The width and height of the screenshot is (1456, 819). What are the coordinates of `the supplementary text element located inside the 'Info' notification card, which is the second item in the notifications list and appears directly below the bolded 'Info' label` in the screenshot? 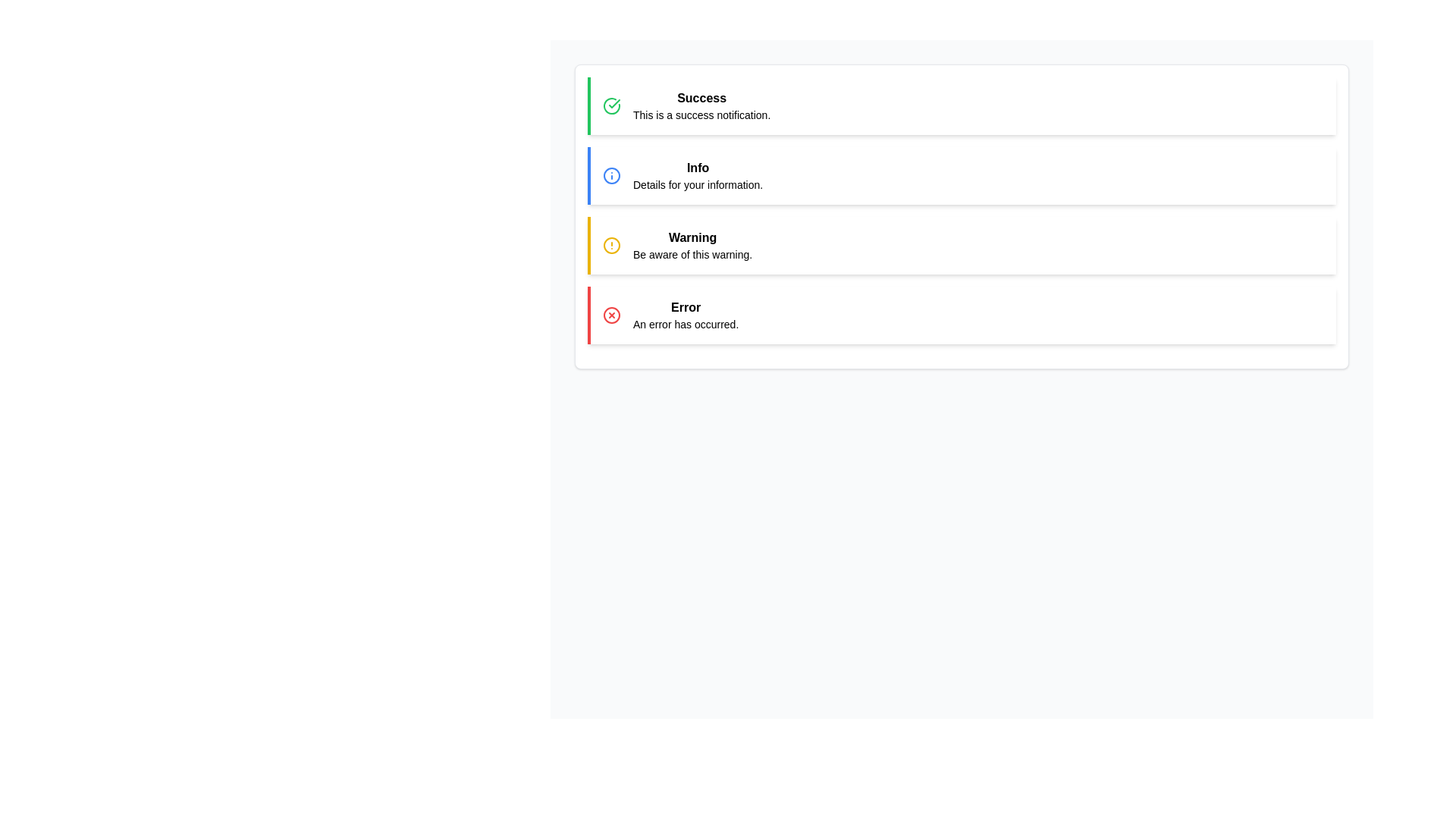 It's located at (697, 184).